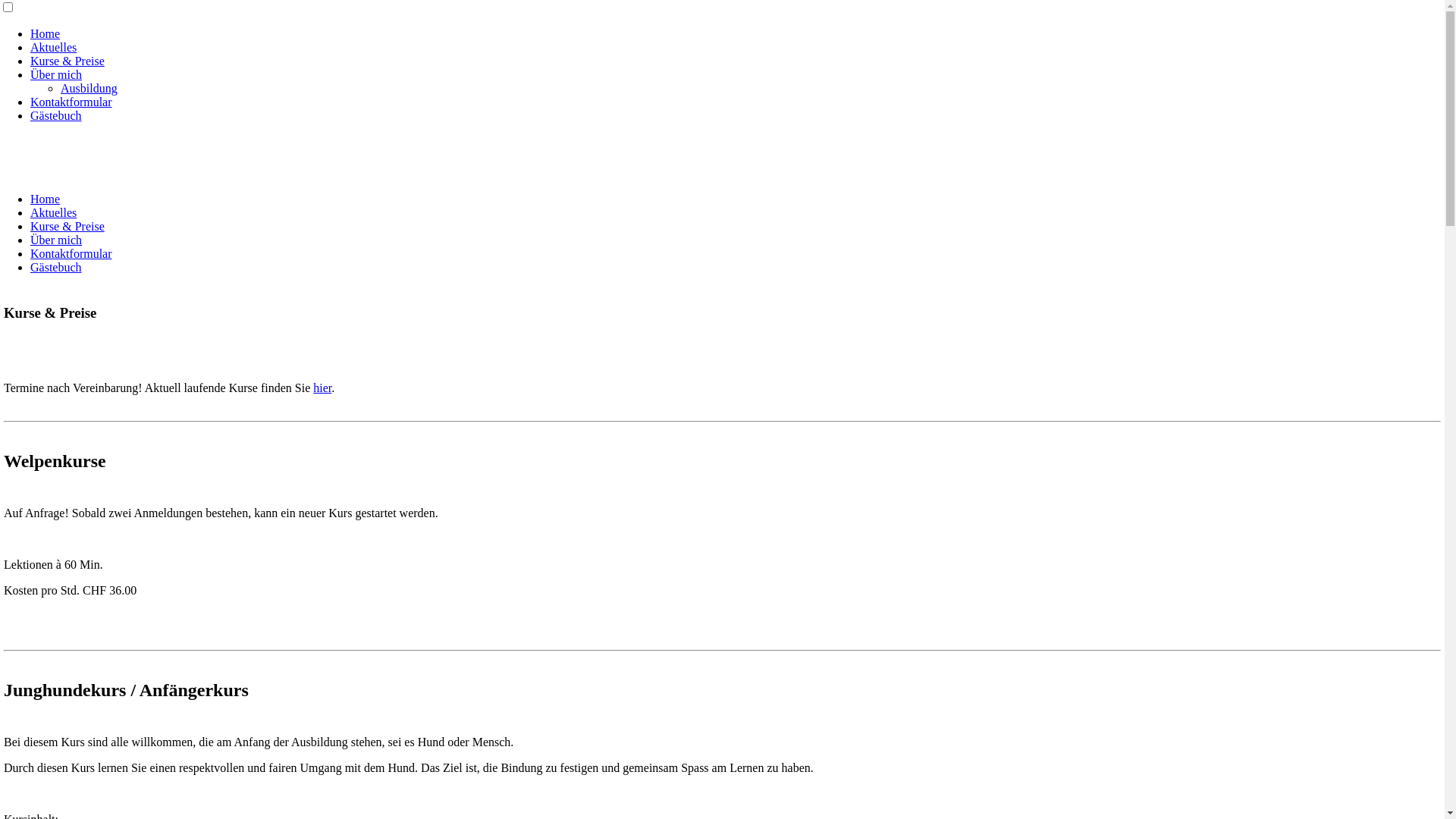  Describe the element at coordinates (71, 253) in the screenshot. I see `'Kontaktformular'` at that location.